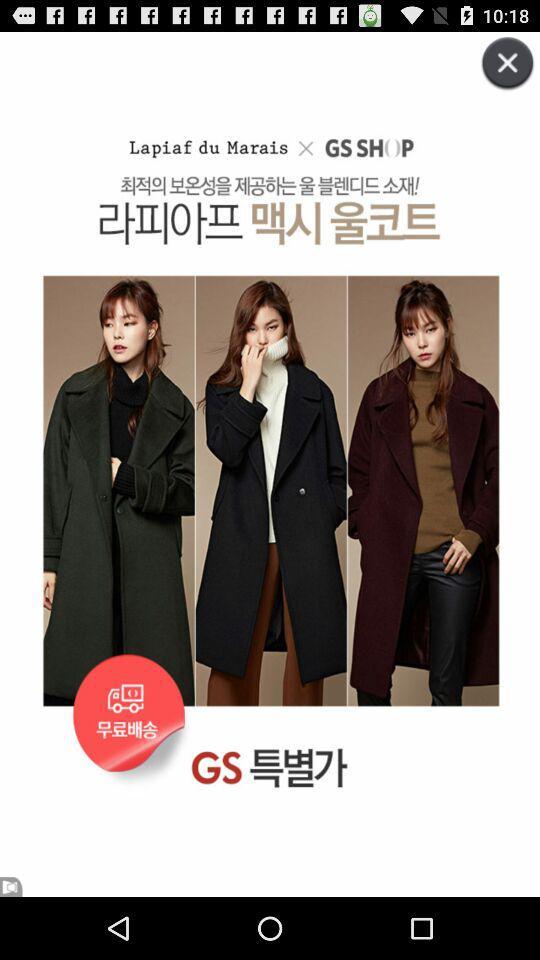 Image resolution: width=540 pixels, height=960 pixels. What do you see at coordinates (500, 74) in the screenshot?
I see `the close icon` at bounding box center [500, 74].